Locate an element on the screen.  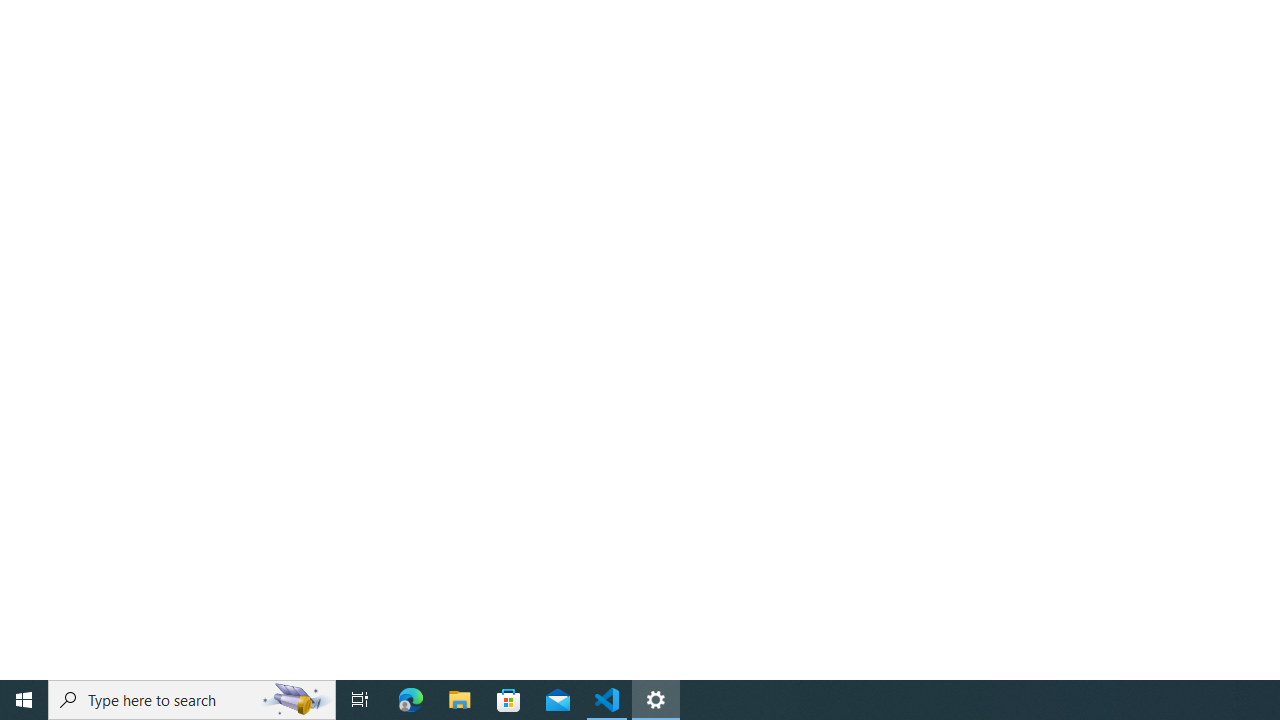
'Type here to search' is located at coordinates (192, 698).